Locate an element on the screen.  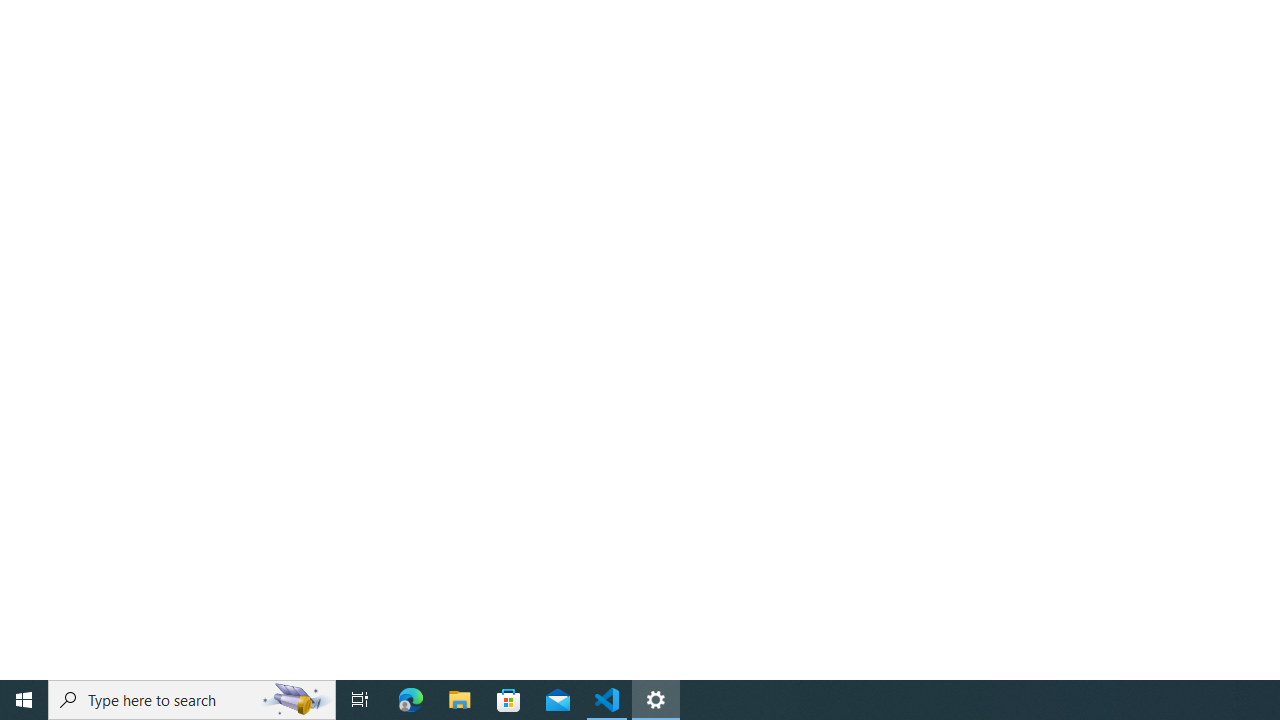
'Type here to search' is located at coordinates (192, 698).